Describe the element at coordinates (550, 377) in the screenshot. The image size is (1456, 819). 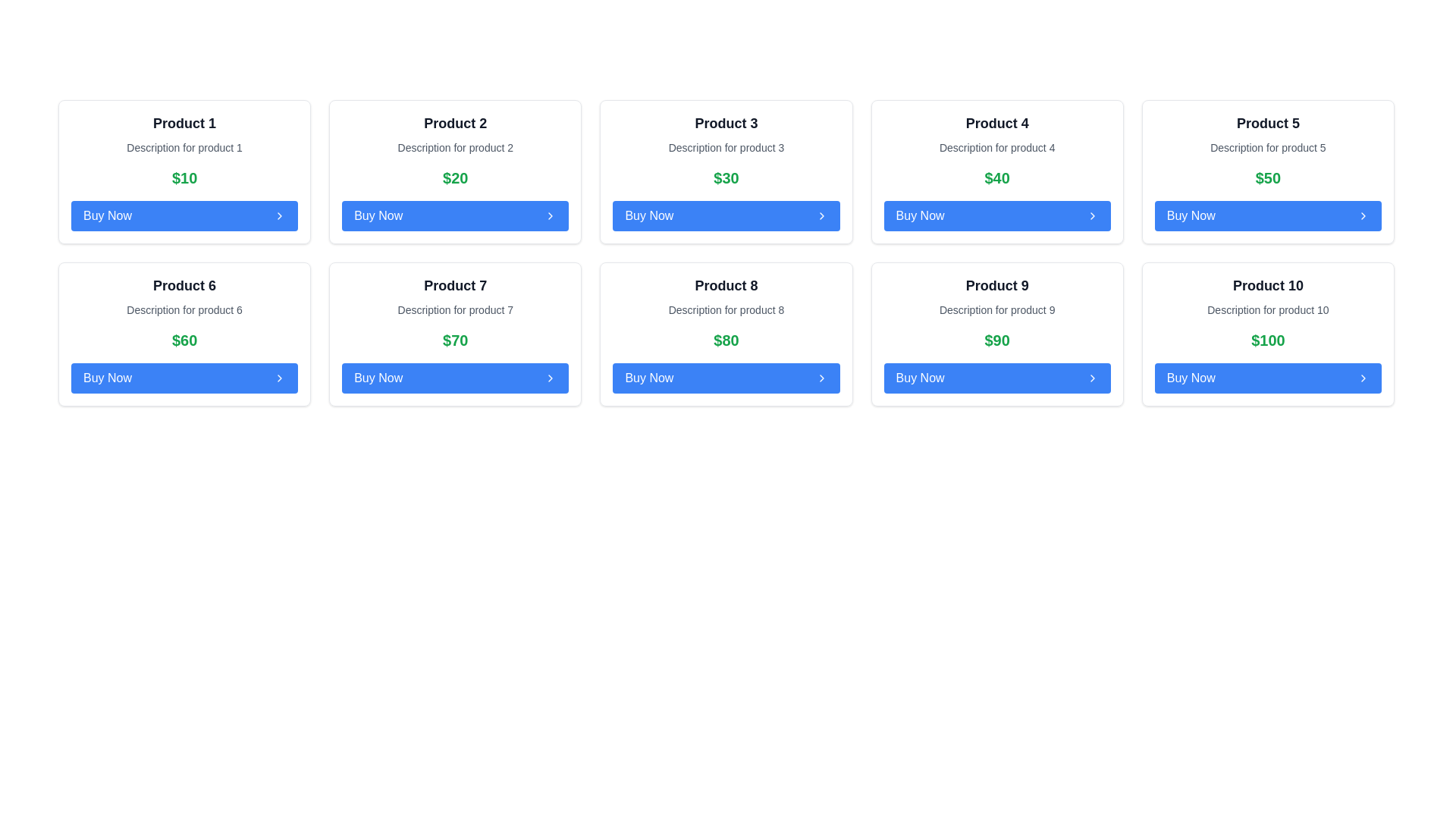
I see `the right-pointing chevron icon located within the 'Buy Now' button for 'Product 7' at the bottom-right segment of the button` at that location.